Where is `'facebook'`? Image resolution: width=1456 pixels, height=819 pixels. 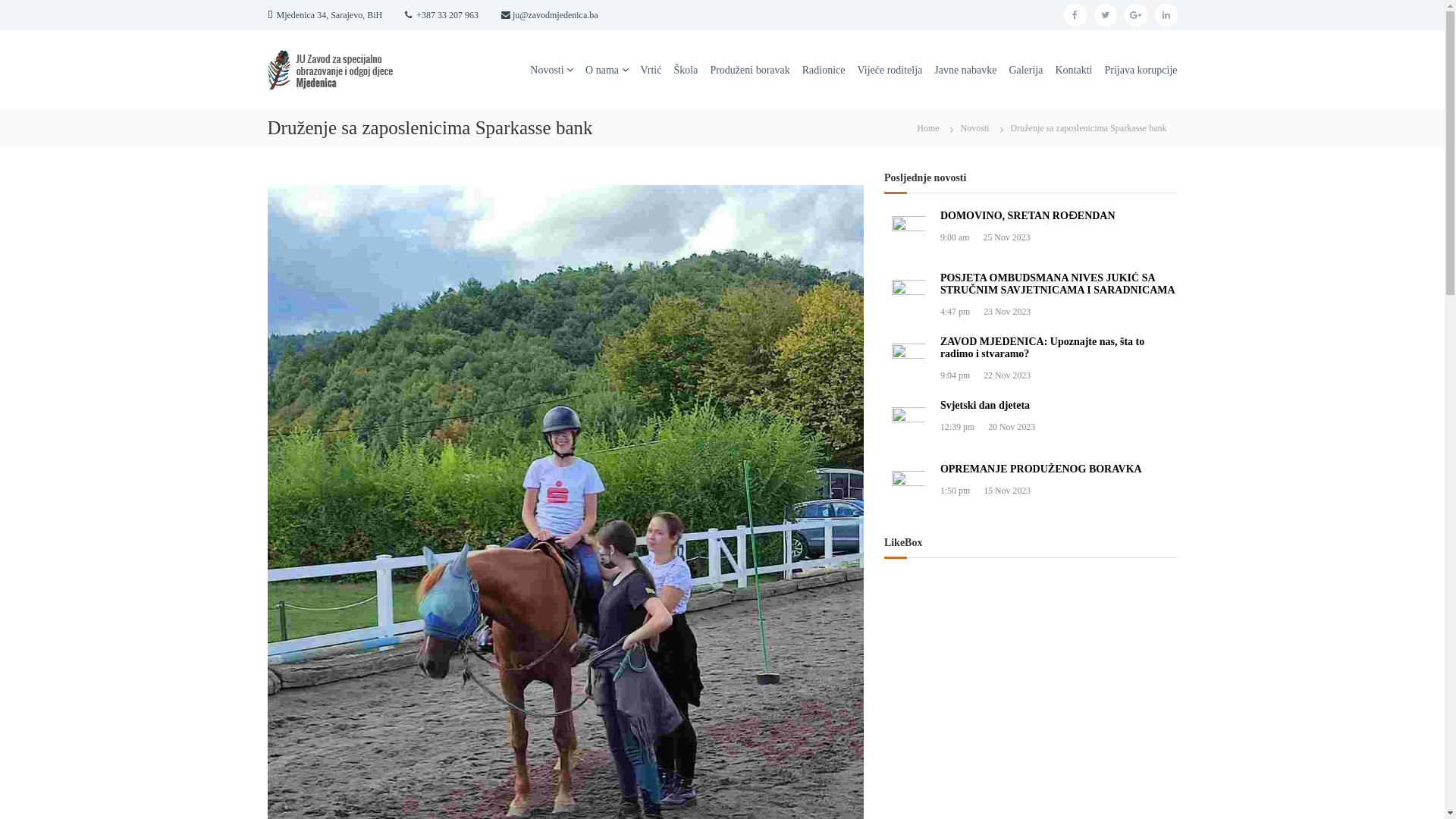 'facebook' is located at coordinates (1073, 14).